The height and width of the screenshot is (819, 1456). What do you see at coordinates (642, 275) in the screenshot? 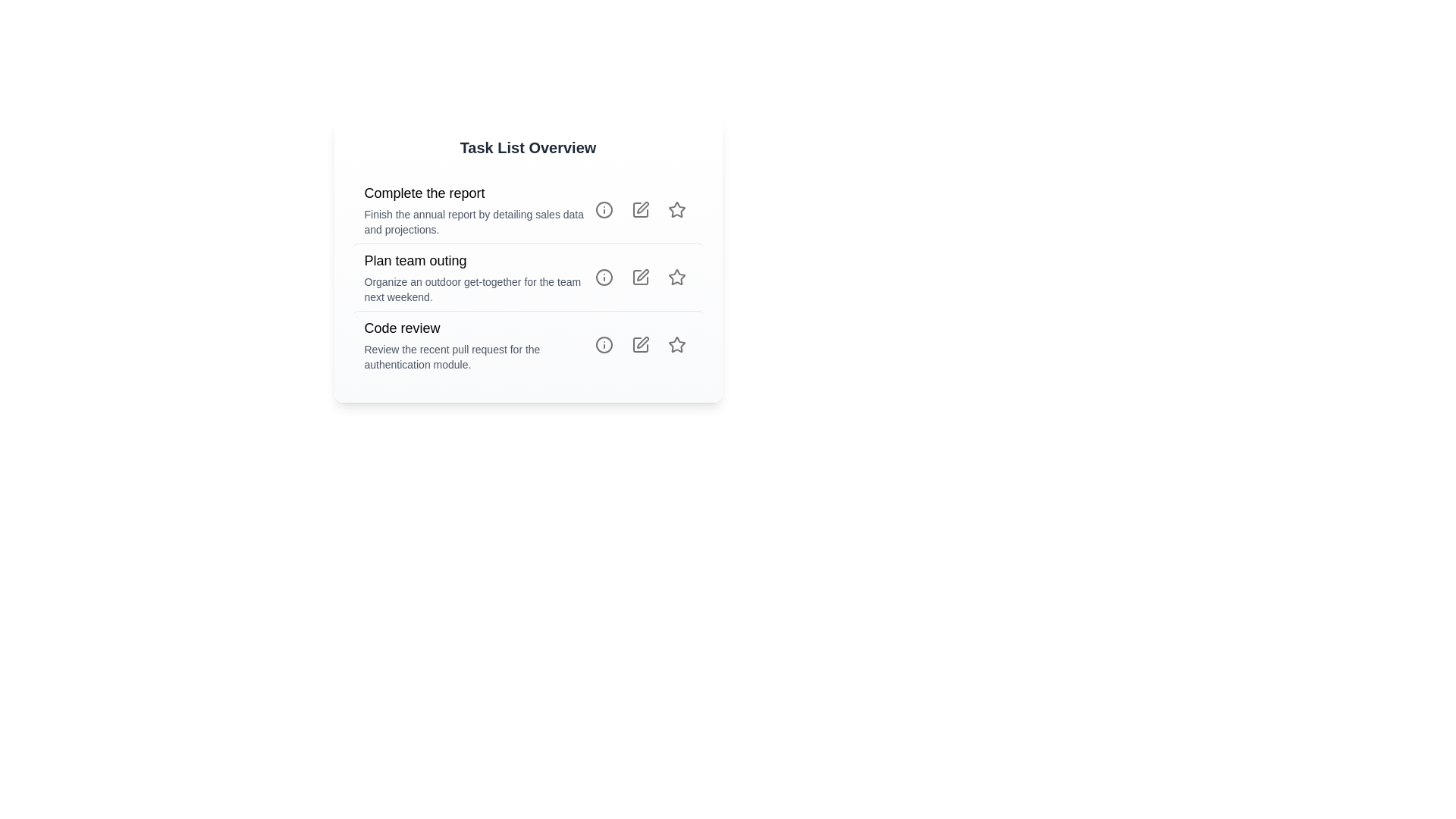
I see `the pencil icon in the editing tool section for the task 'Plan team outing'` at bounding box center [642, 275].